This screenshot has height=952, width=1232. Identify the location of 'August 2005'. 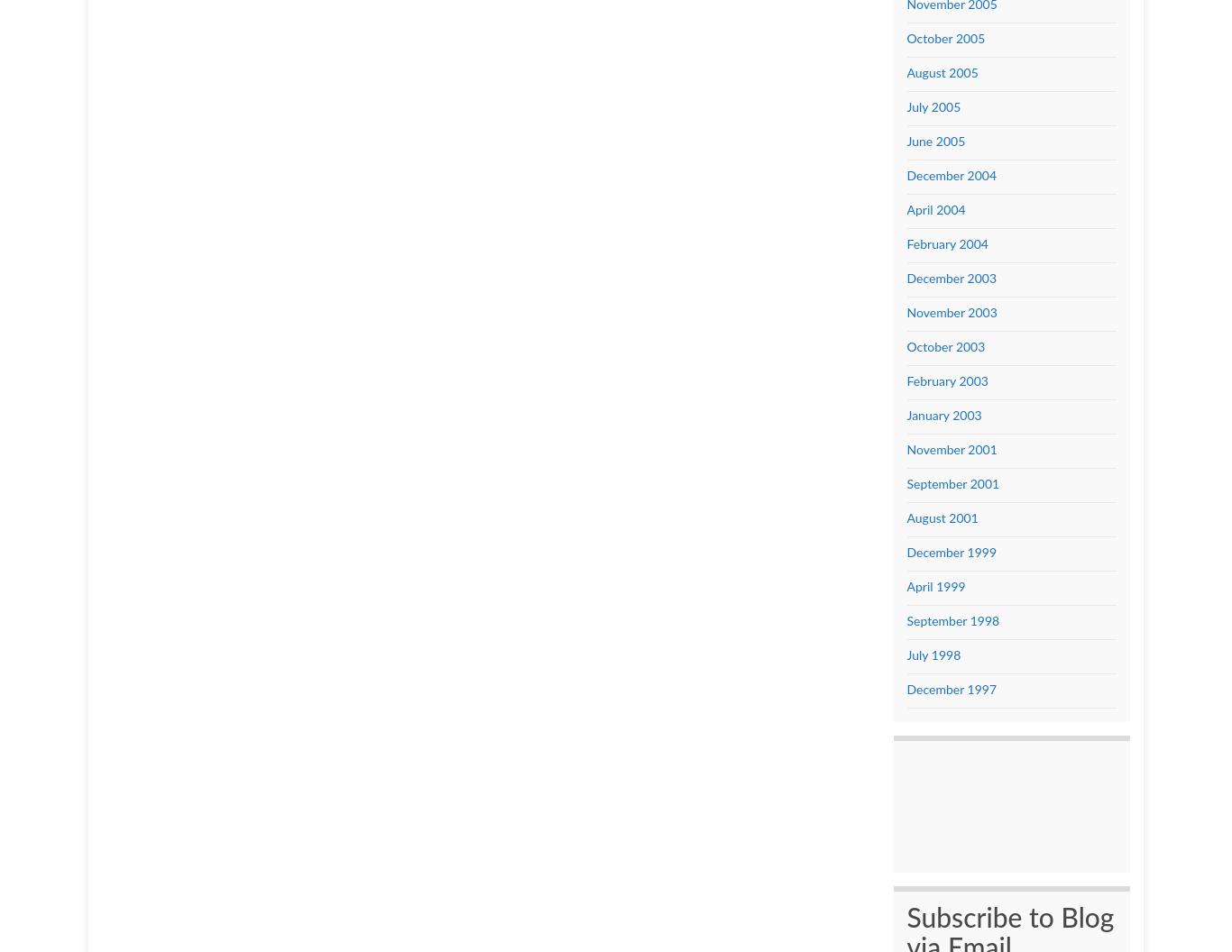
(941, 71).